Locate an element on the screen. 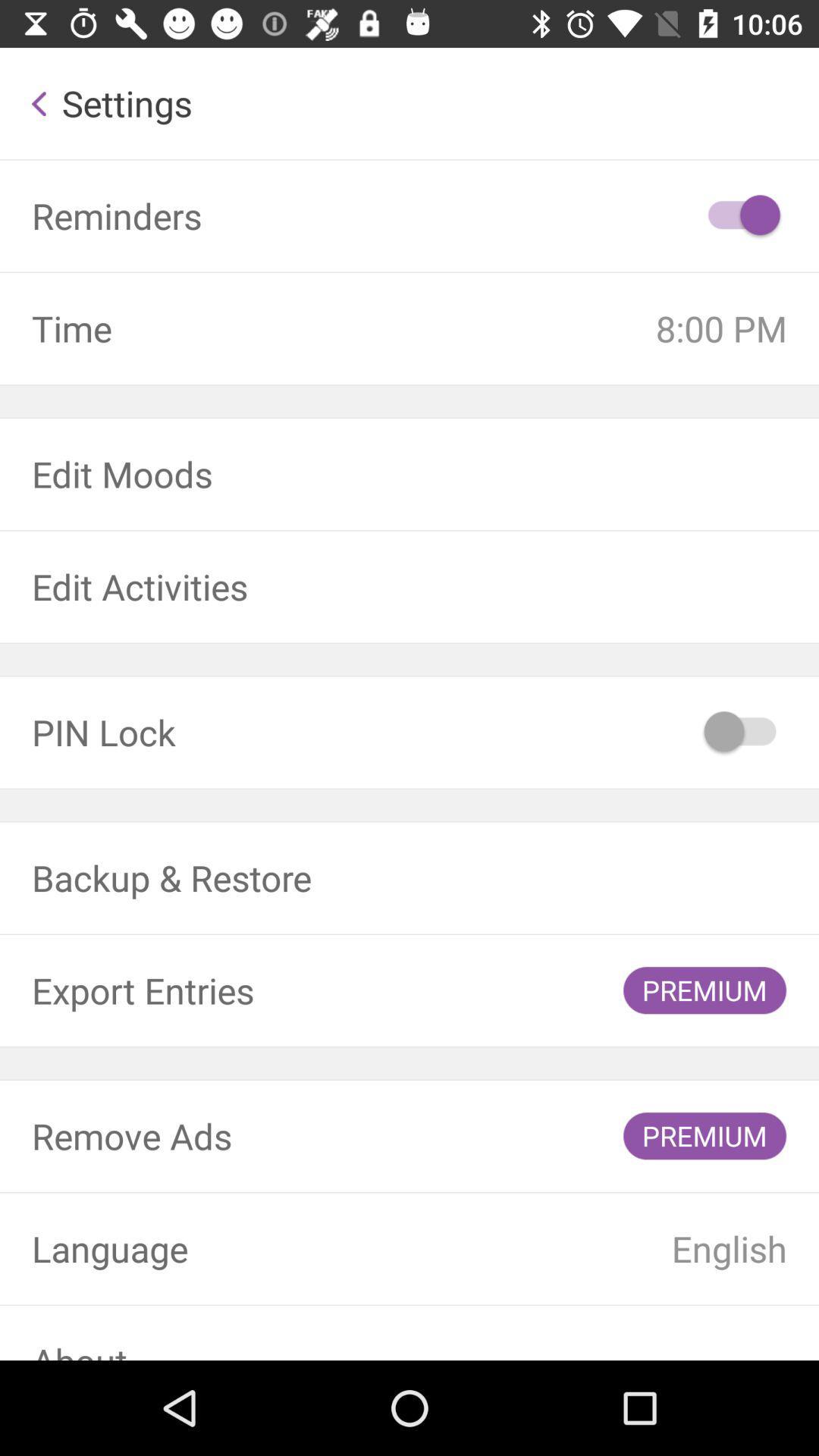 The image size is (819, 1456). icon next to reminders item is located at coordinates (741, 215).